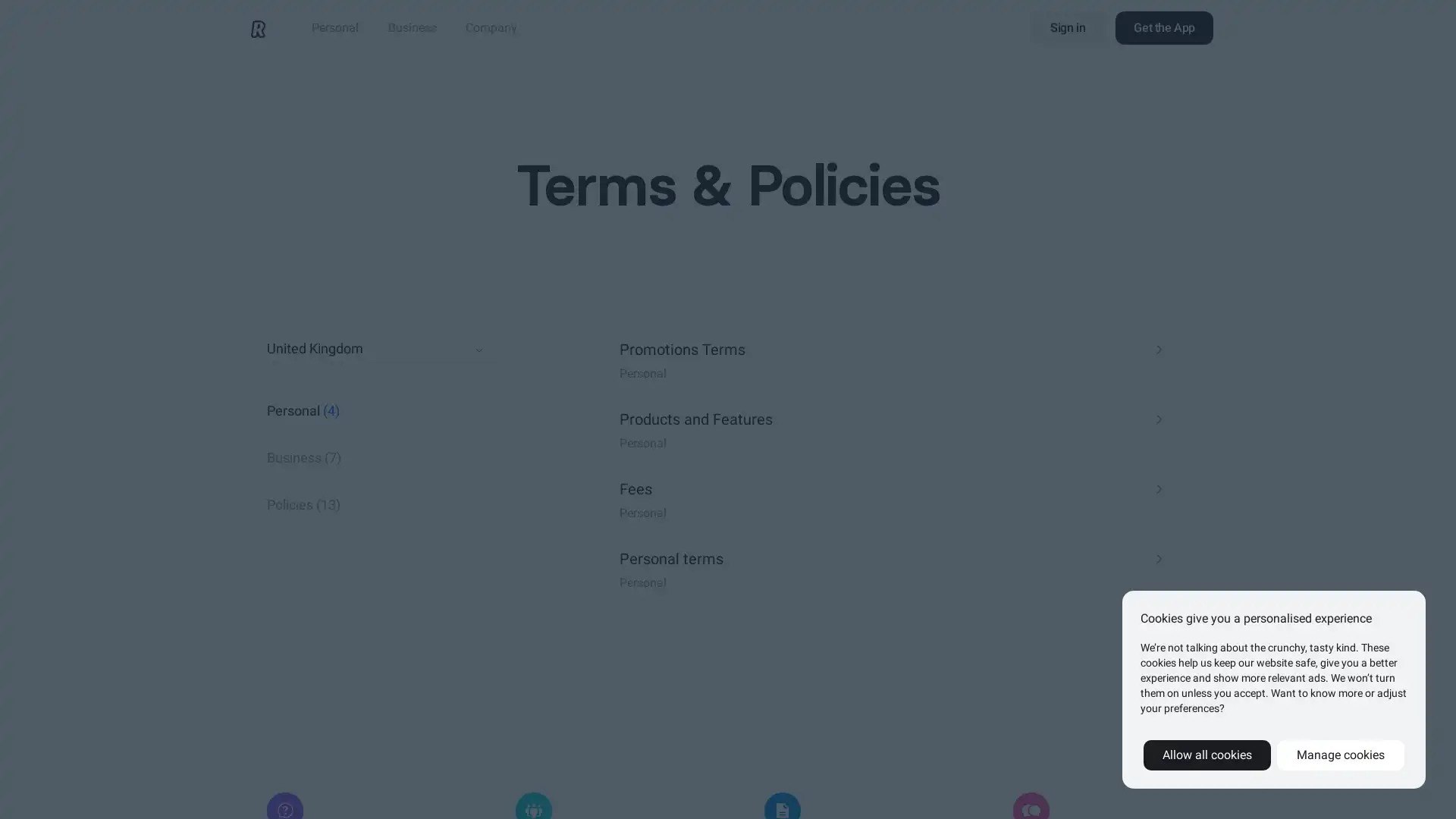 This screenshot has height=819, width=1456. I want to click on Manage cookies, so click(1340, 755).